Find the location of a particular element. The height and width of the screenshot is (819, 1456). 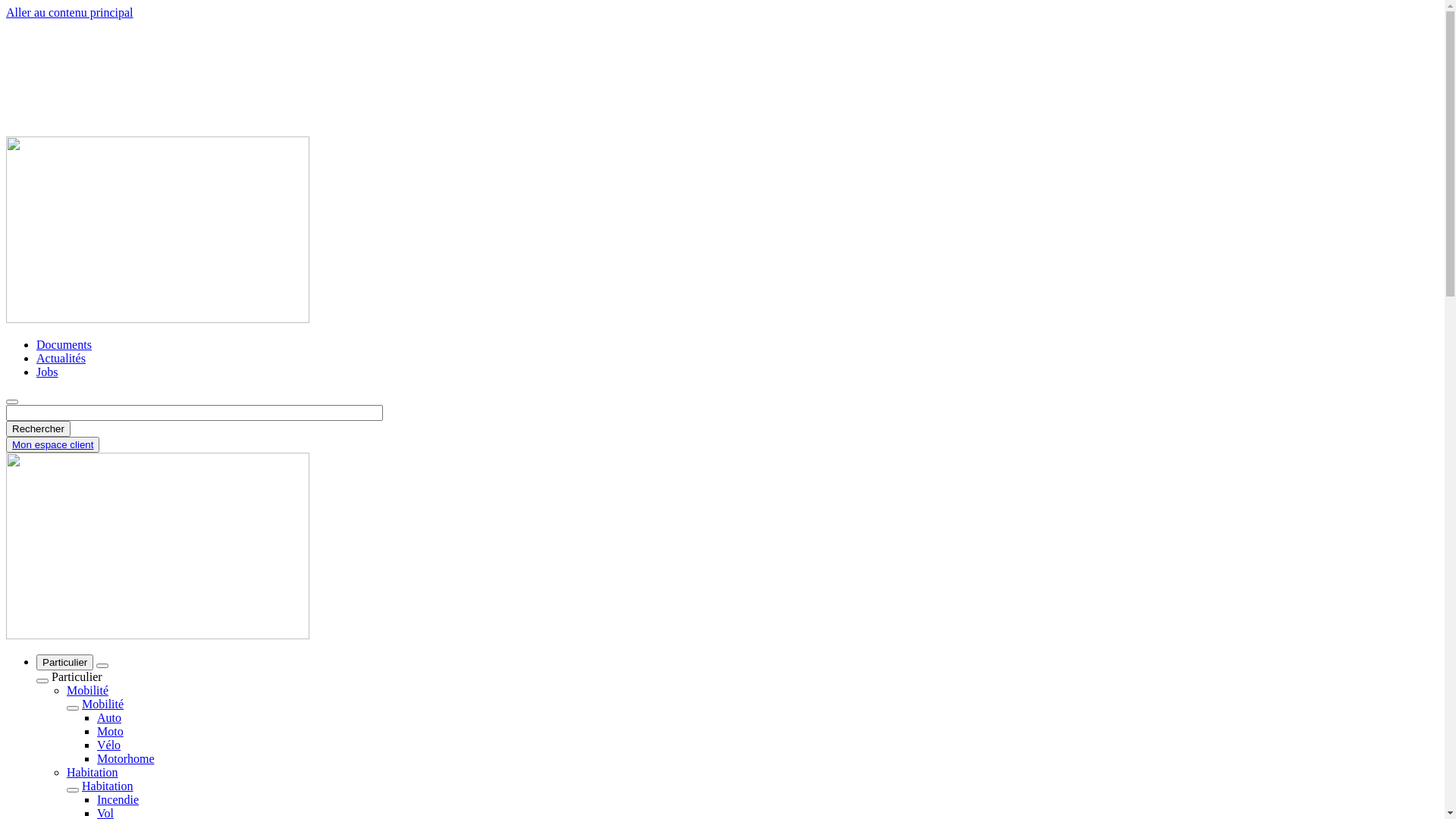

'Rechercher' is located at coordinates (38, 428).